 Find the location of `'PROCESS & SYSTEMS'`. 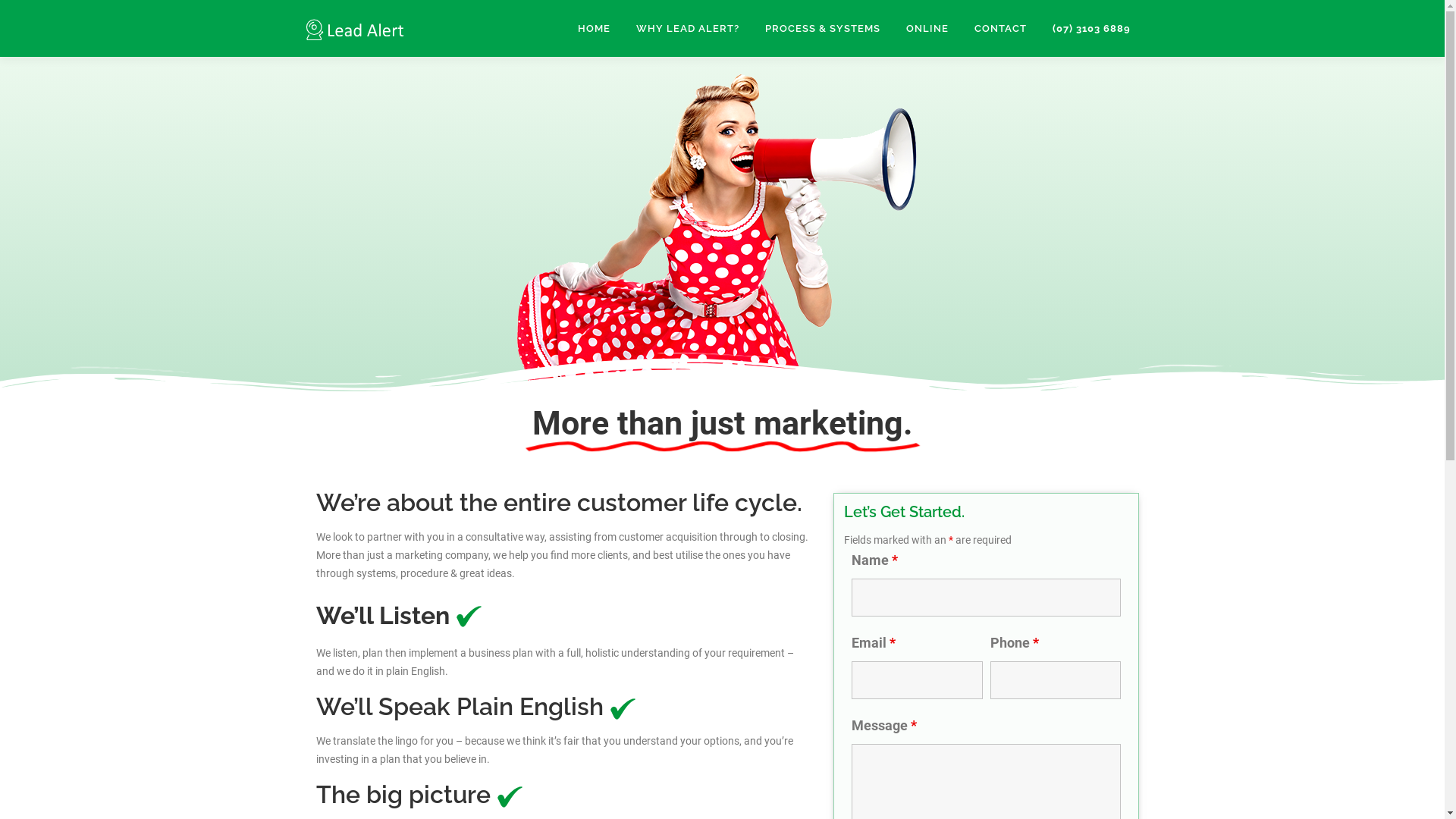

'PROCESS & SYSTEMS' is located at coordinates (821, 28).